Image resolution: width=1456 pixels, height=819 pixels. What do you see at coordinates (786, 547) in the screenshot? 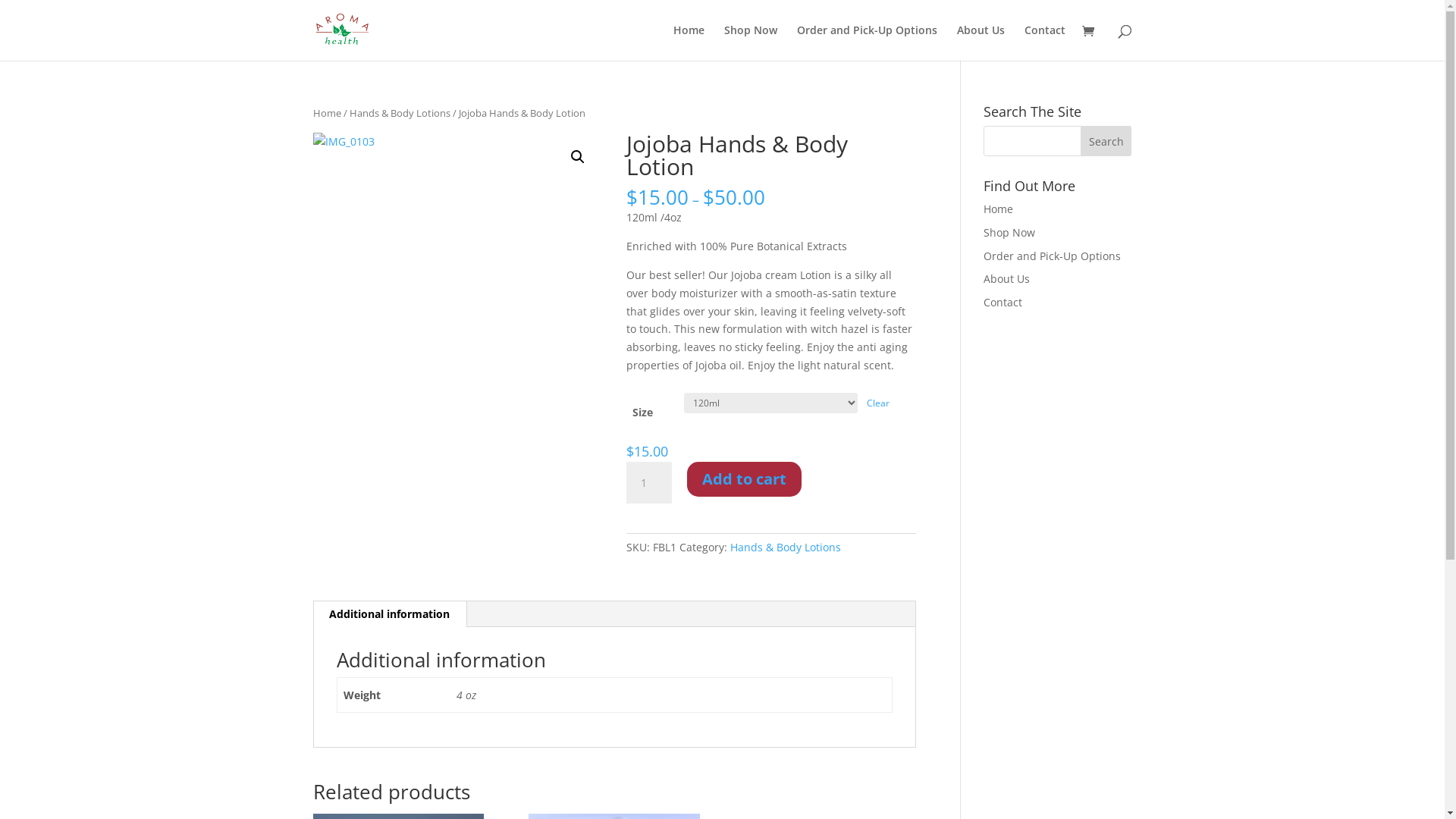
I see `'Hands & Body Lotions'` at bounding box center [786, 547].